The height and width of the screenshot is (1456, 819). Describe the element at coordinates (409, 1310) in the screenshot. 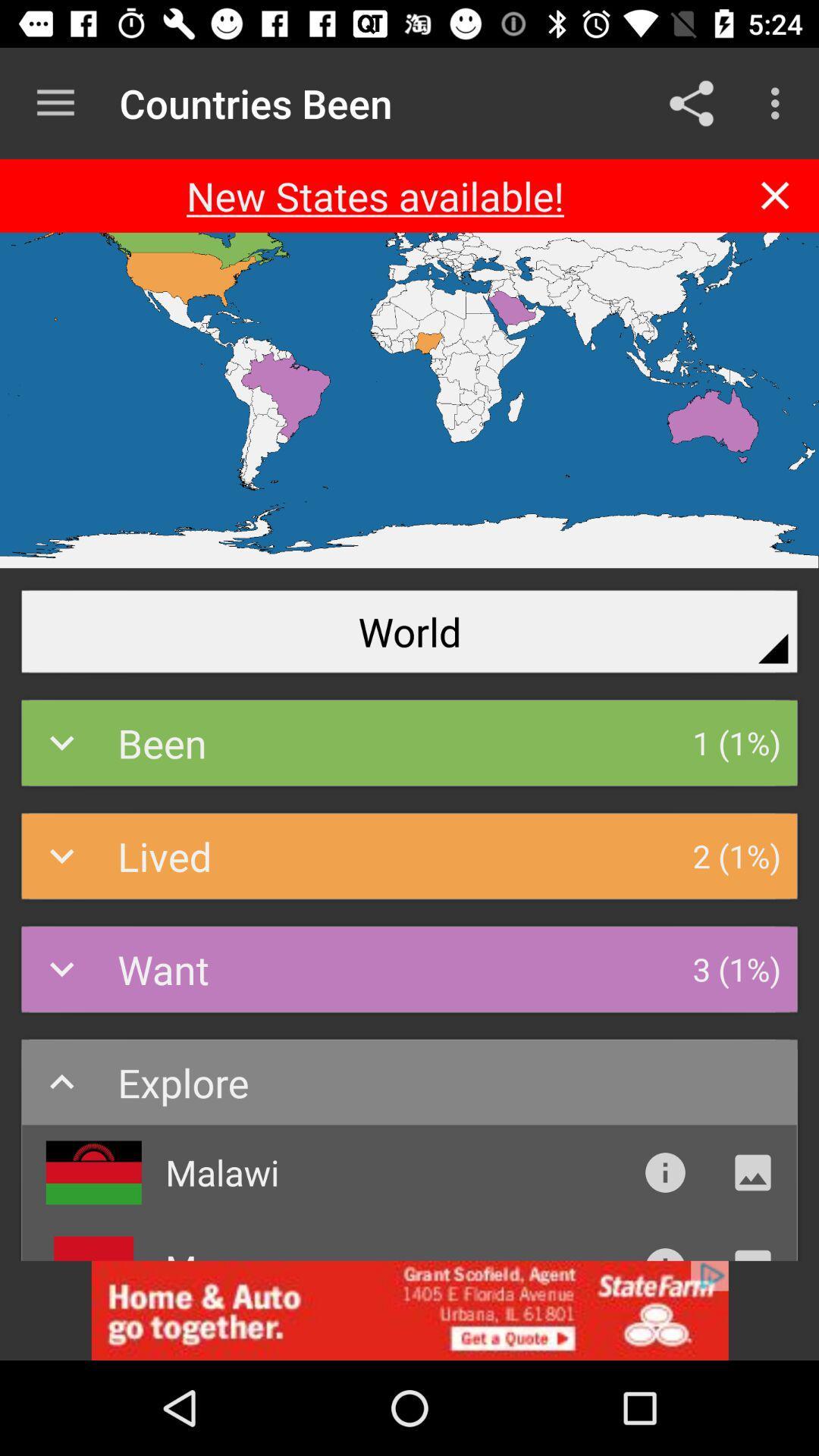

I see `advertisement` at that location.